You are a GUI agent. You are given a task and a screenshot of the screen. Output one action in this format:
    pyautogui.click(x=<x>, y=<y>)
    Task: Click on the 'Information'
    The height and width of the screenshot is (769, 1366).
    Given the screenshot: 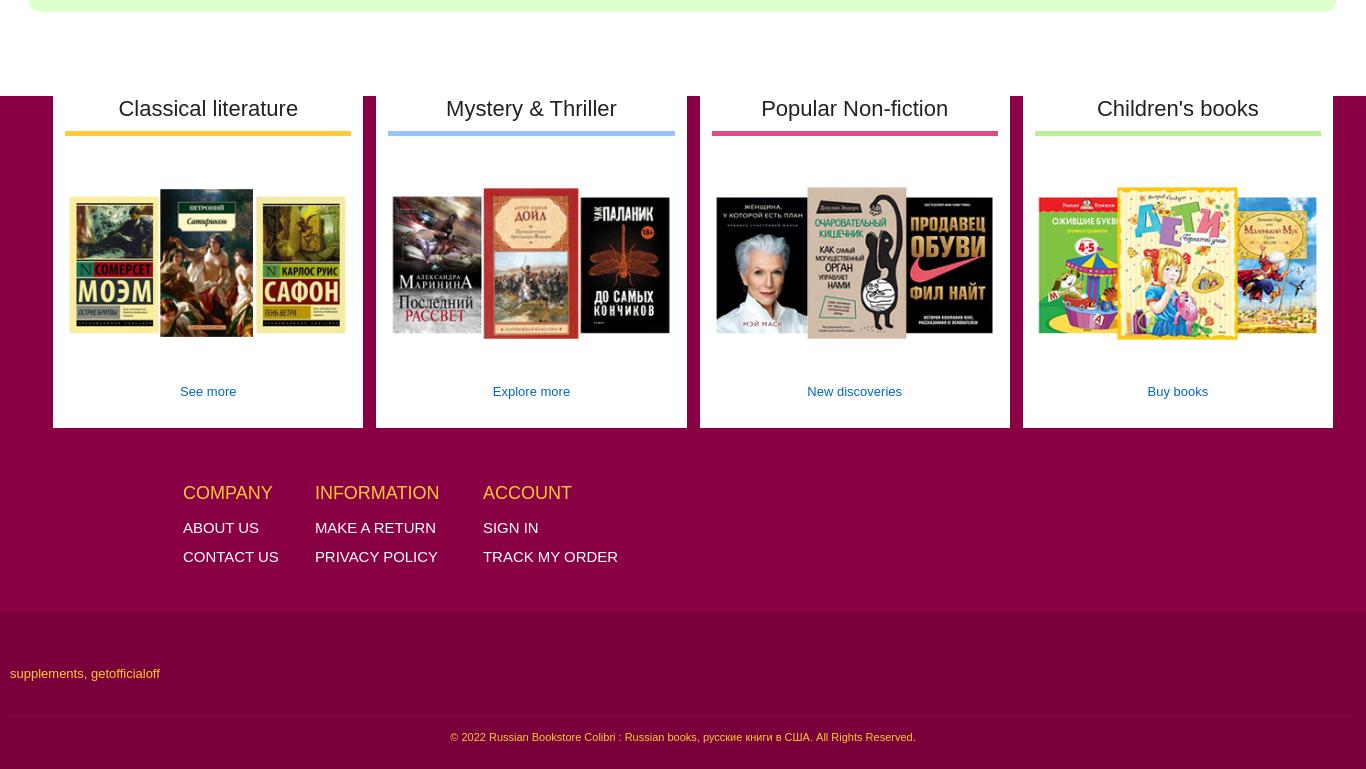 What is the action you would take?
    pyautogui.click(x=314, y=491)
    